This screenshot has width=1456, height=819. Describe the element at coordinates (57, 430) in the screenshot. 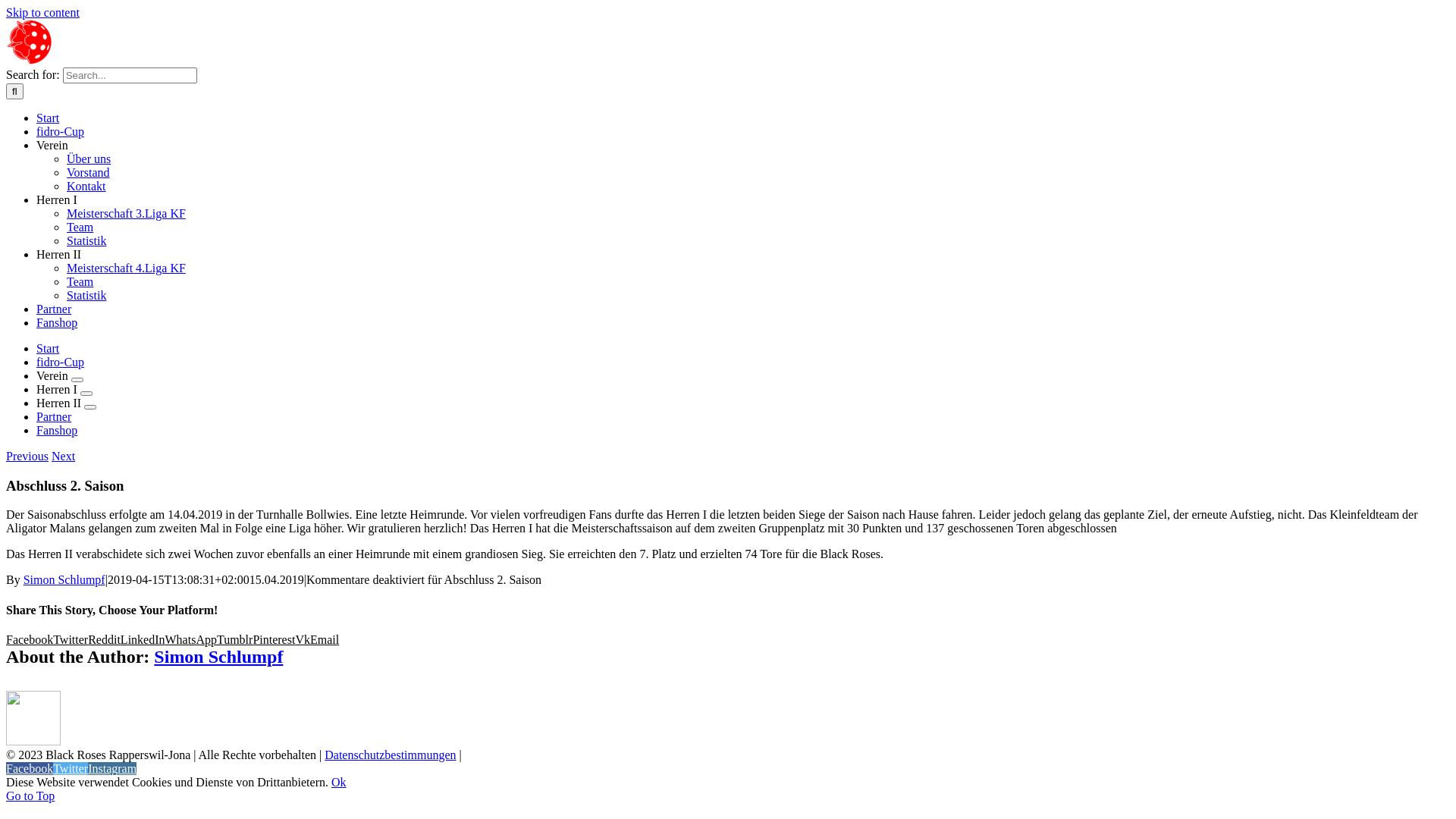

I see `'Fanshop'` at that location.